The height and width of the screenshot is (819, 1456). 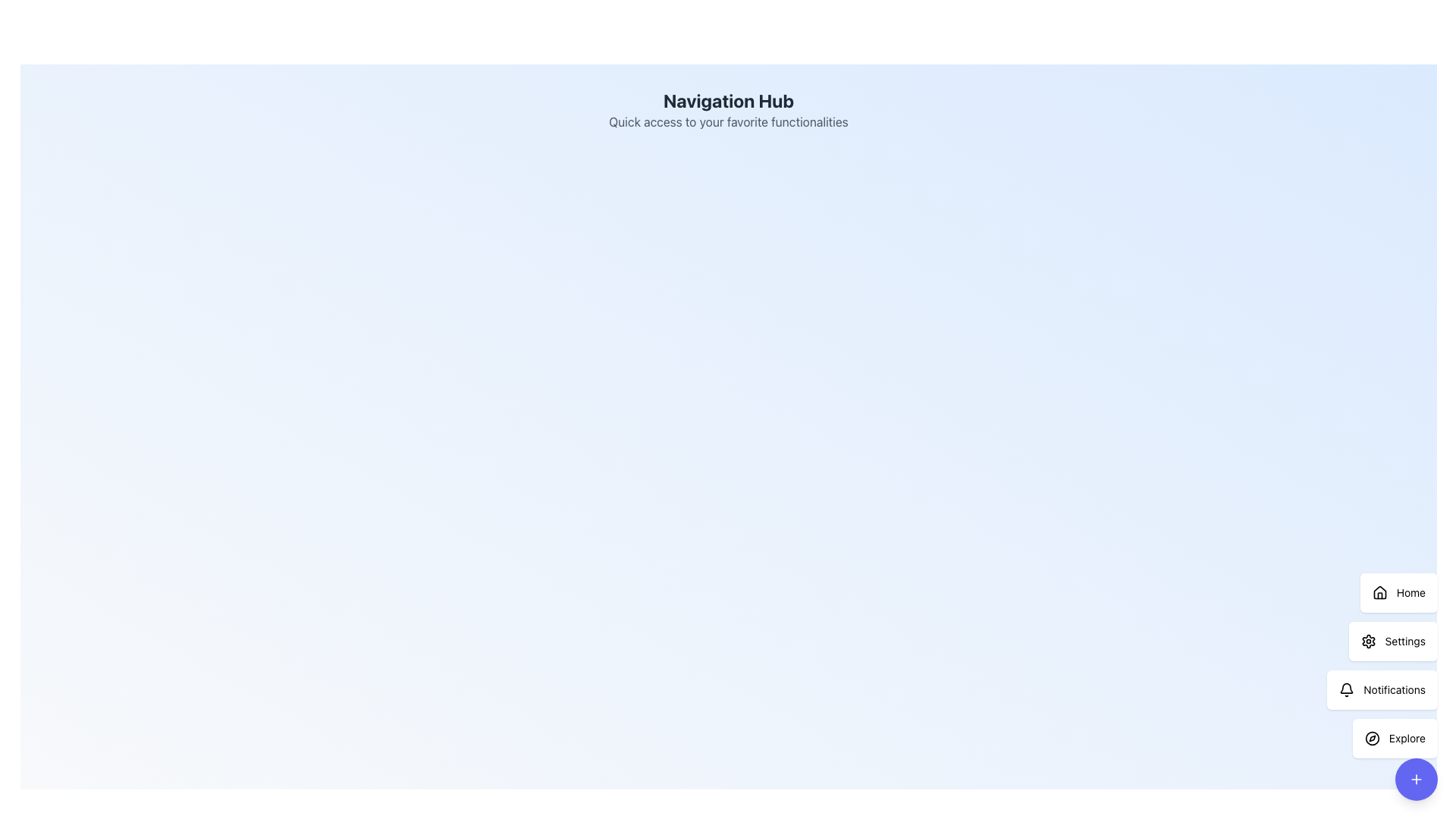 I want to click on the small, house-shaped icon in the vertical menu on the right side of the interface, which serves as the visual indicator for the 'Home' menu item, so click(x=1379, y=592).